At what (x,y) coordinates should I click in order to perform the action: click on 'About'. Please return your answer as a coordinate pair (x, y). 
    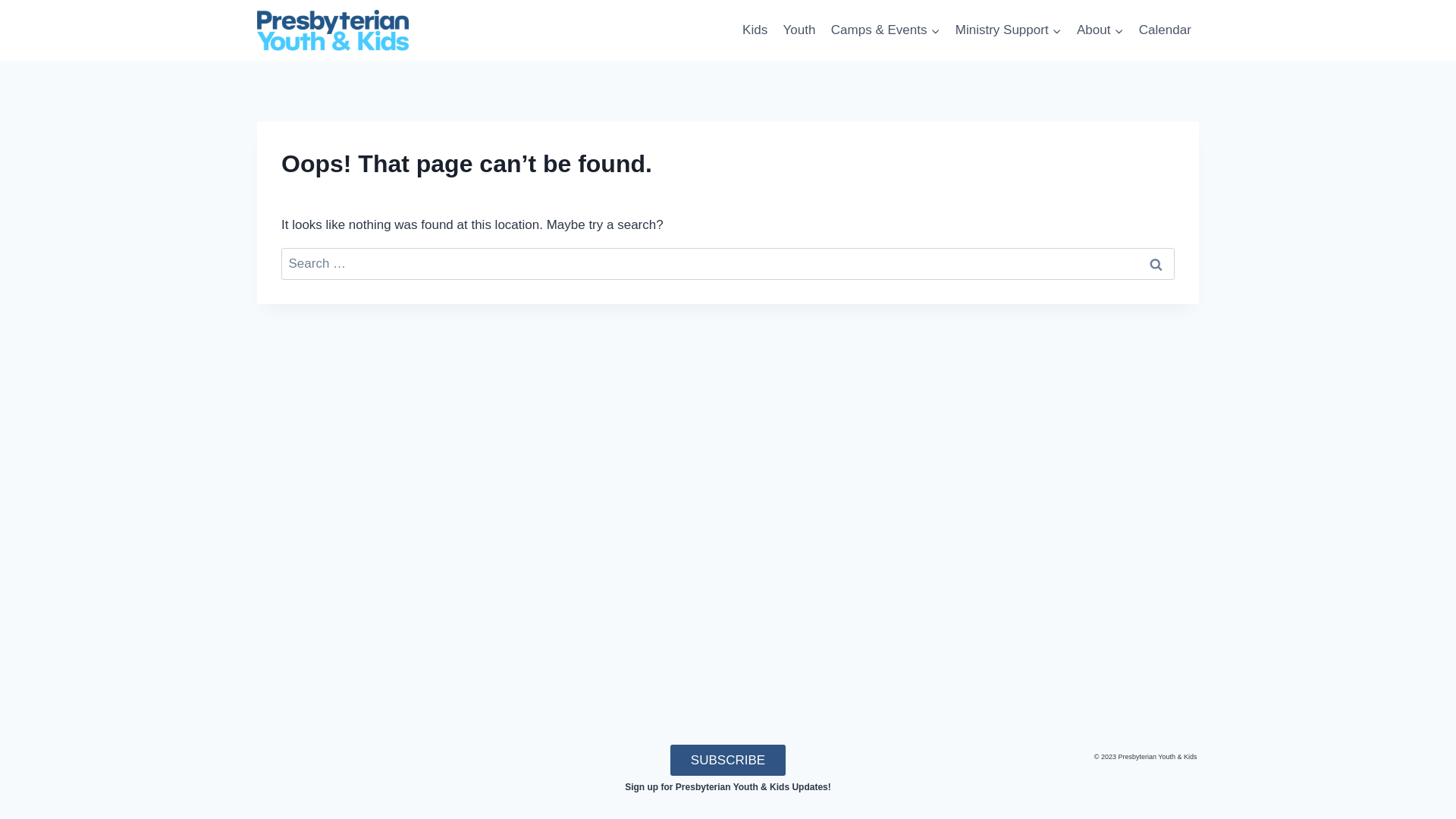
    Looking at the image, I should click on (1100, 30).